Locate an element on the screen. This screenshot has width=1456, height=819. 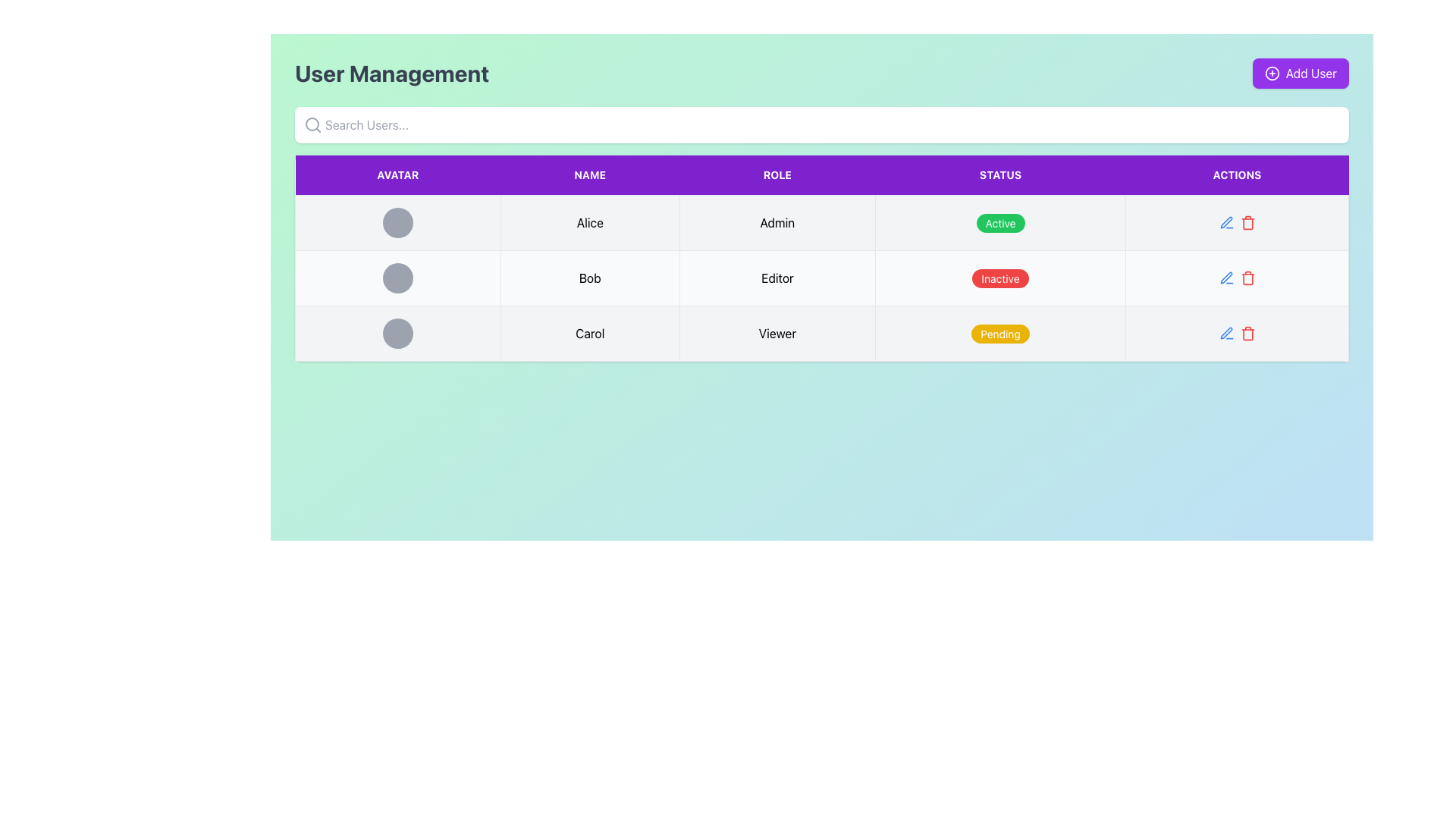
the red trash bin icon in the Actions column for the user 'Alice' is located at coordinates (1237, 222).